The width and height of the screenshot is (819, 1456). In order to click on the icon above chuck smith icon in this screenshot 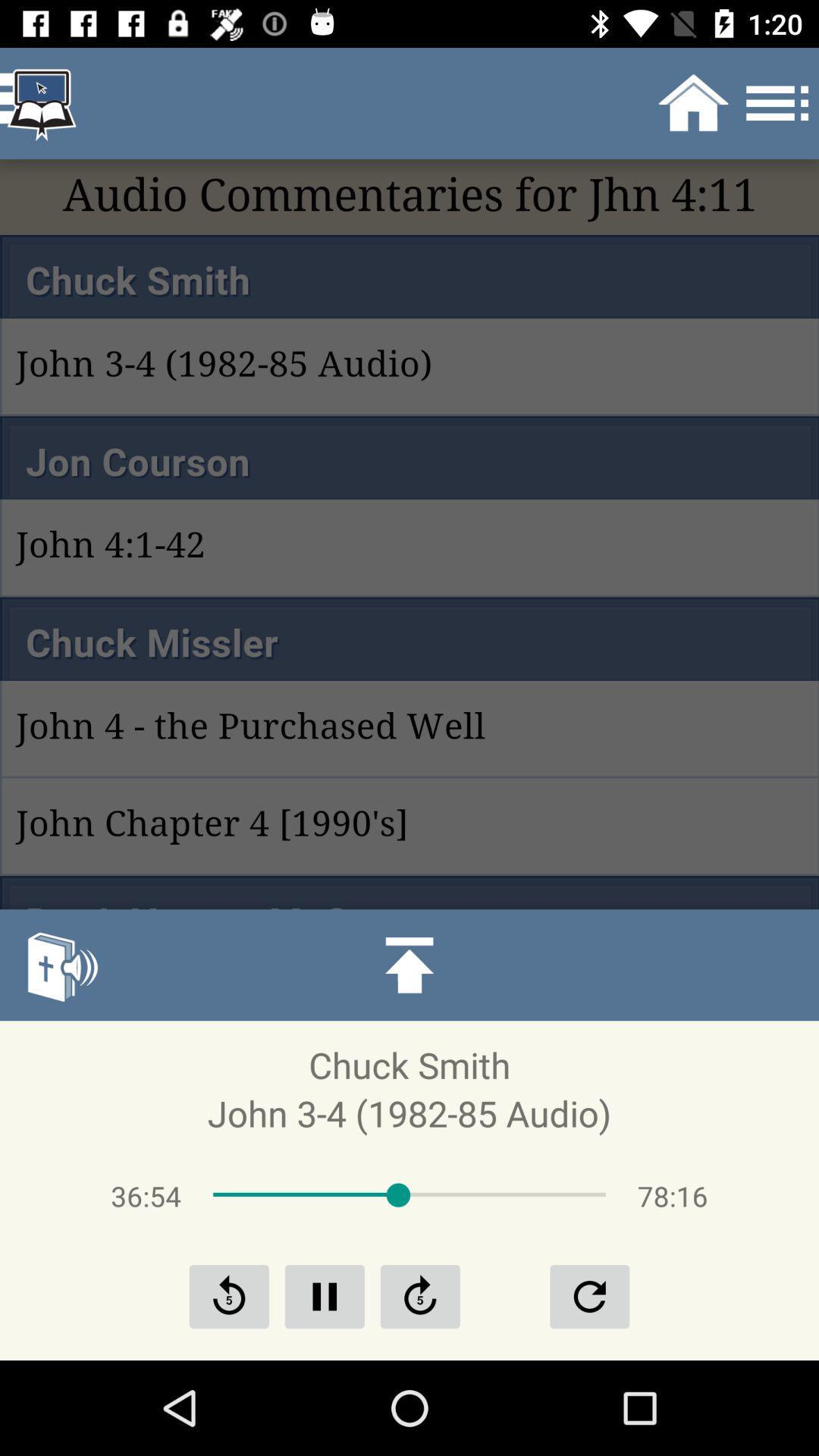, I will do `click(409, 964)`.